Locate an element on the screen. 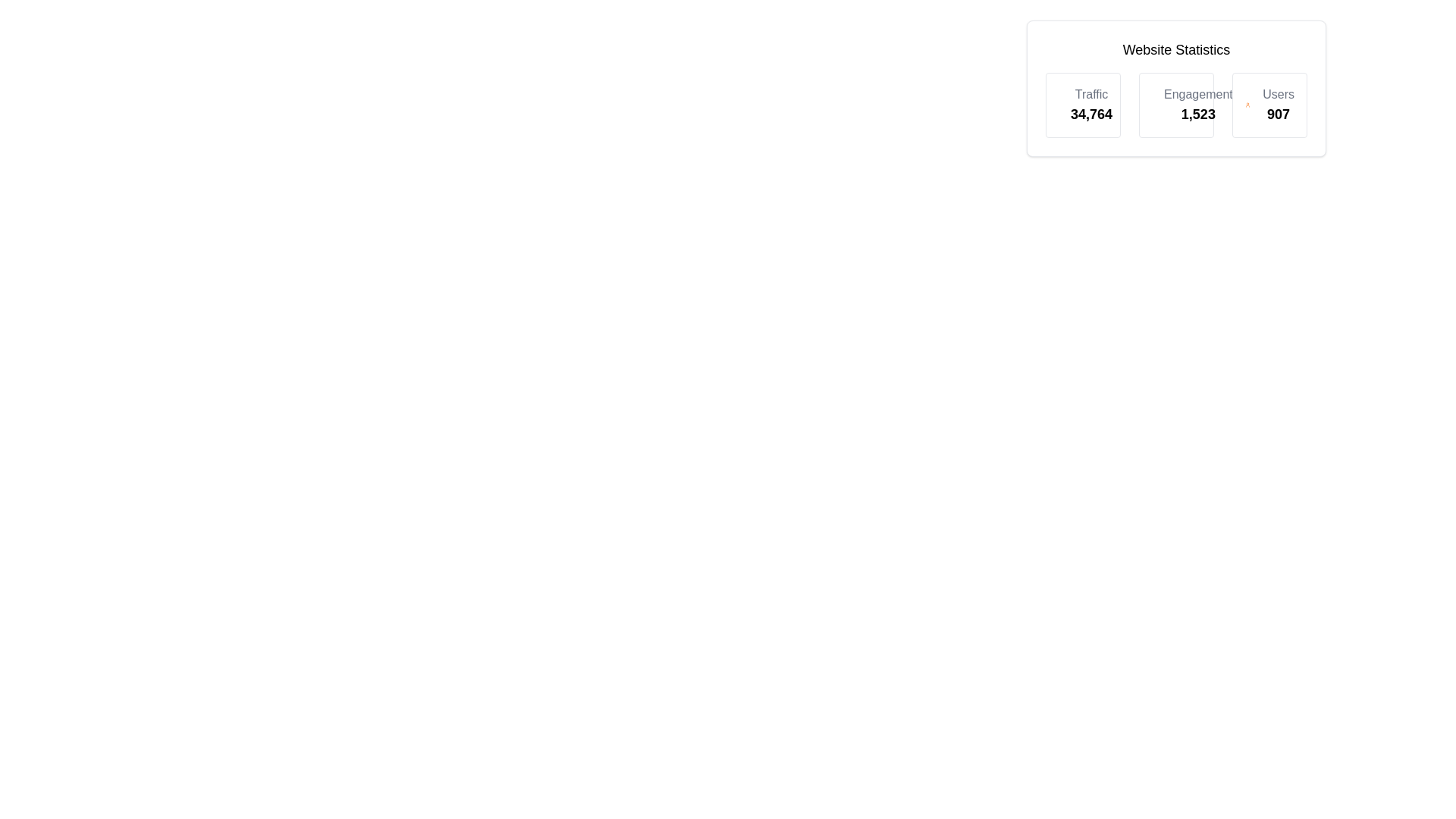 The width and height of the screenshot is (1456, 819). the Text label that provides context for the number '907' representing the count of users, located in the top-right corner of a statistics box is located at coordinates (1278, 94).